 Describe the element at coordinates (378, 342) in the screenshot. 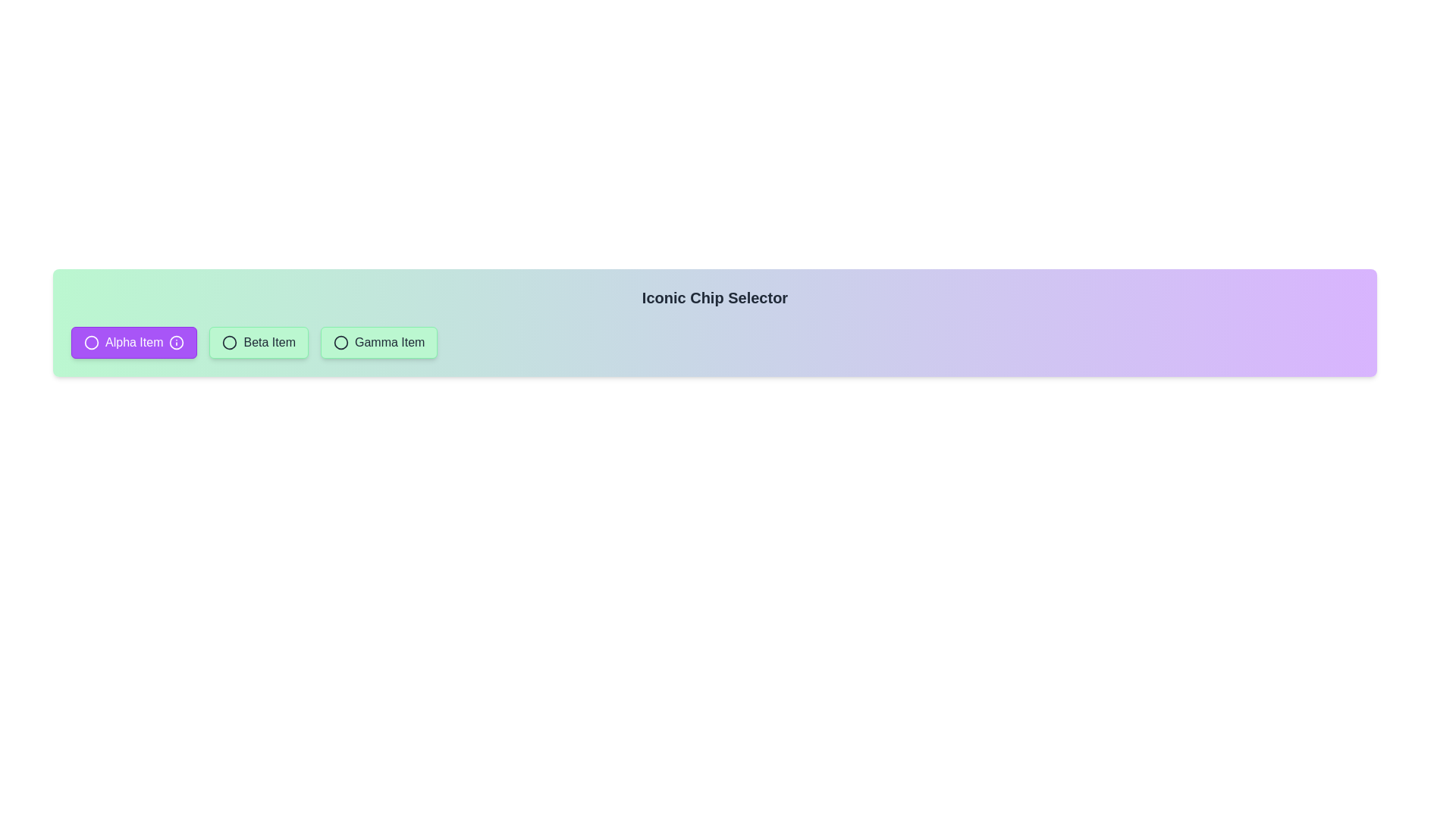

I see `the button labeled Gamma Item` at that location.